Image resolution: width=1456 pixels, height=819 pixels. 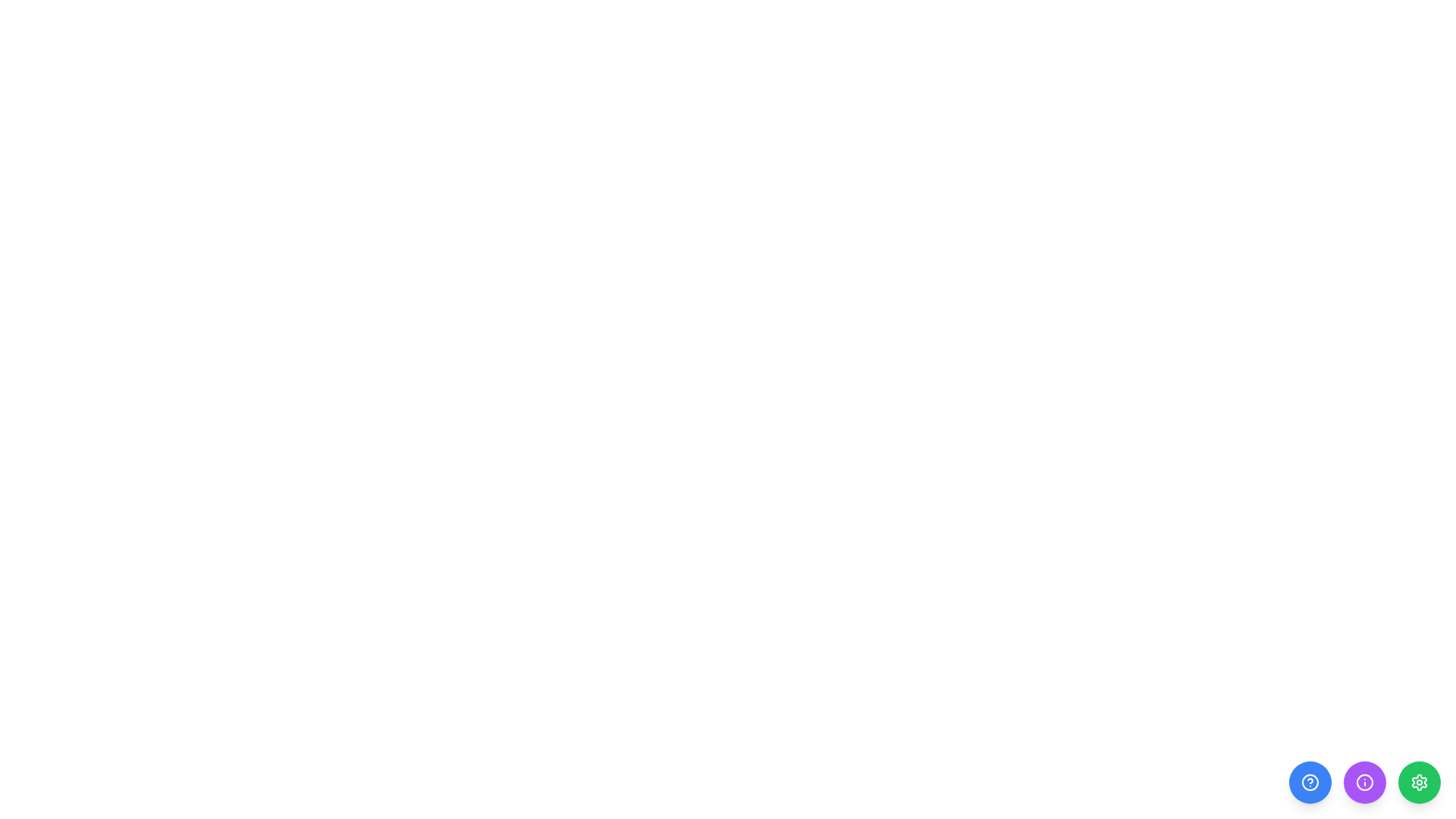 What do you see at coordinates (1310, 783) in the screenshot?
I see `the help button located in the bottom-right corner of the interface` at bounding box center [1310, 783].